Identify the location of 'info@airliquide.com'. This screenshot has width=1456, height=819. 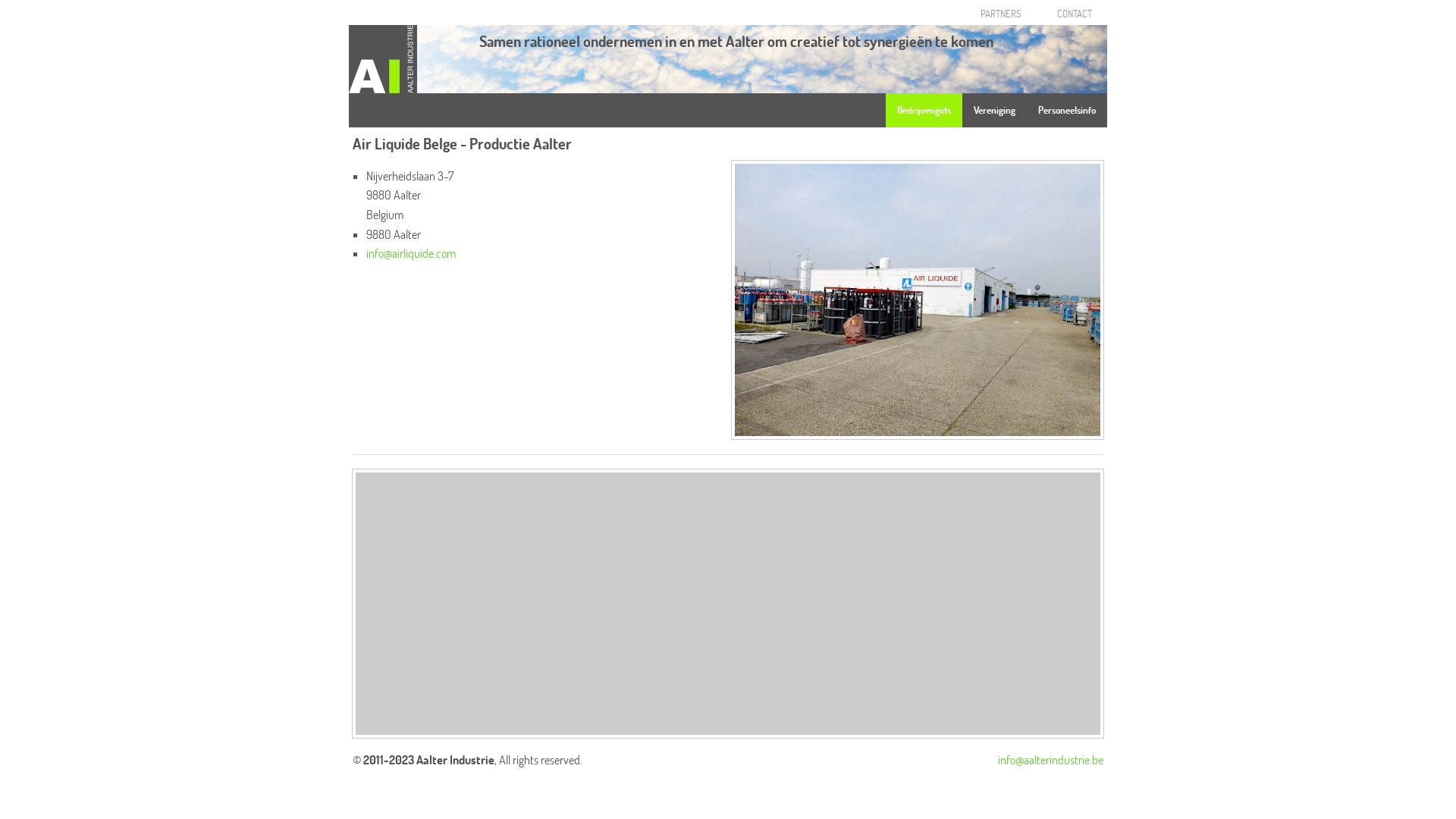
(411, 253).